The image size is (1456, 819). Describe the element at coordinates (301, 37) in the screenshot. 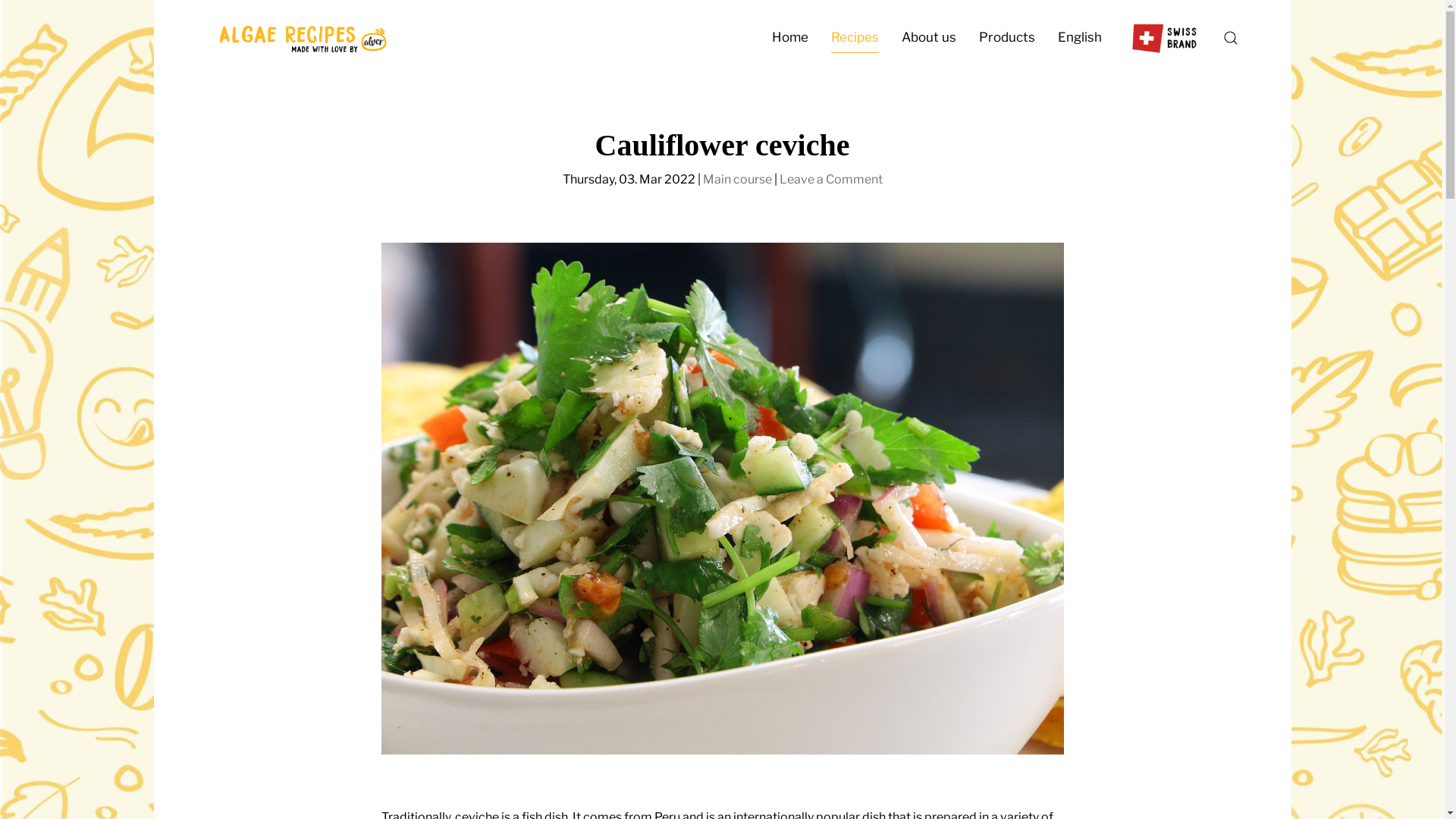

I see `'Algae Recipes | Made with love by Alver World SA'` at that location.